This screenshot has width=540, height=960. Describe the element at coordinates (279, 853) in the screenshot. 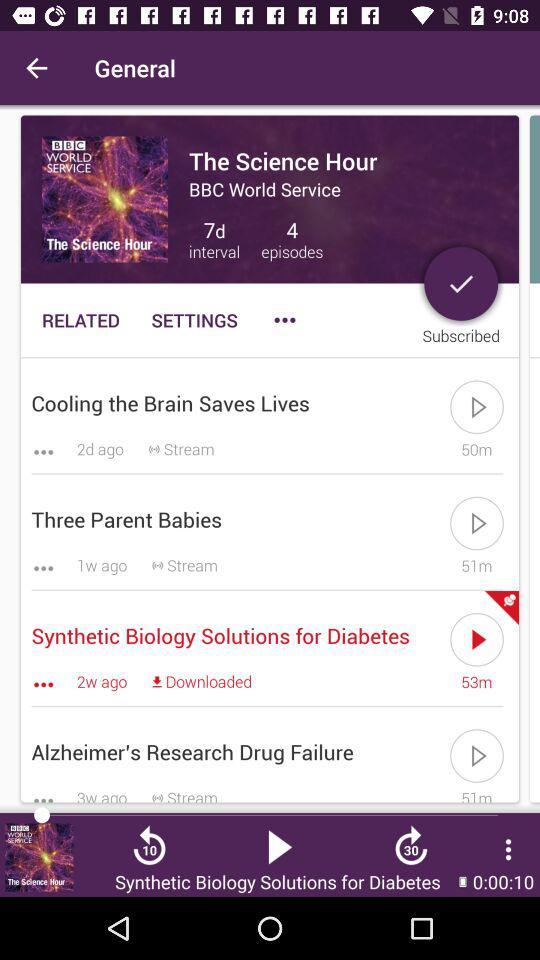

I see `the play icon` at that location.